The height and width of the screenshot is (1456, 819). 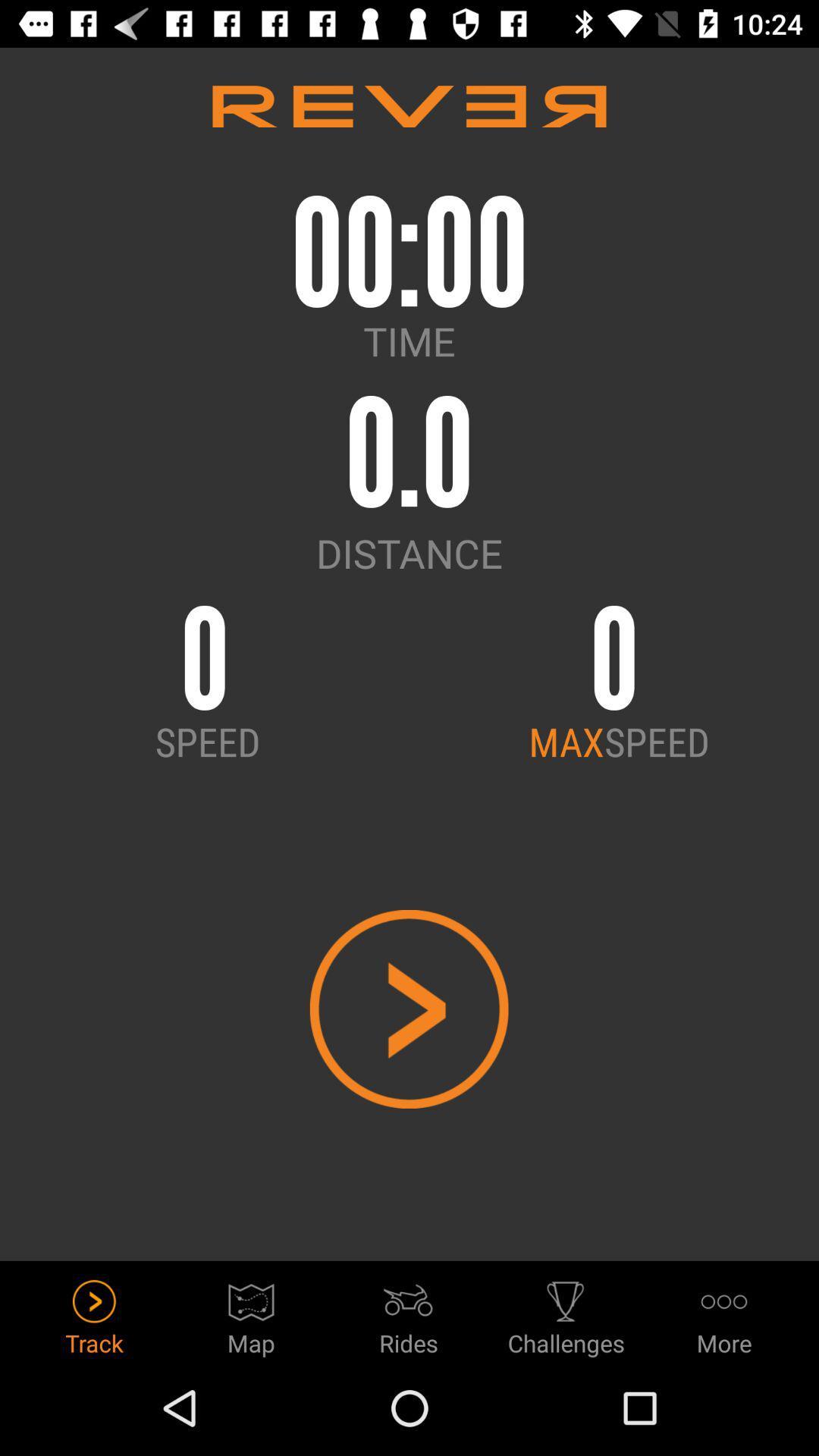 What do you see at coordinates (566, 1313) in the screenshot?
I see `icon to the right of the rides icon` at bounding box center [566, 1313].